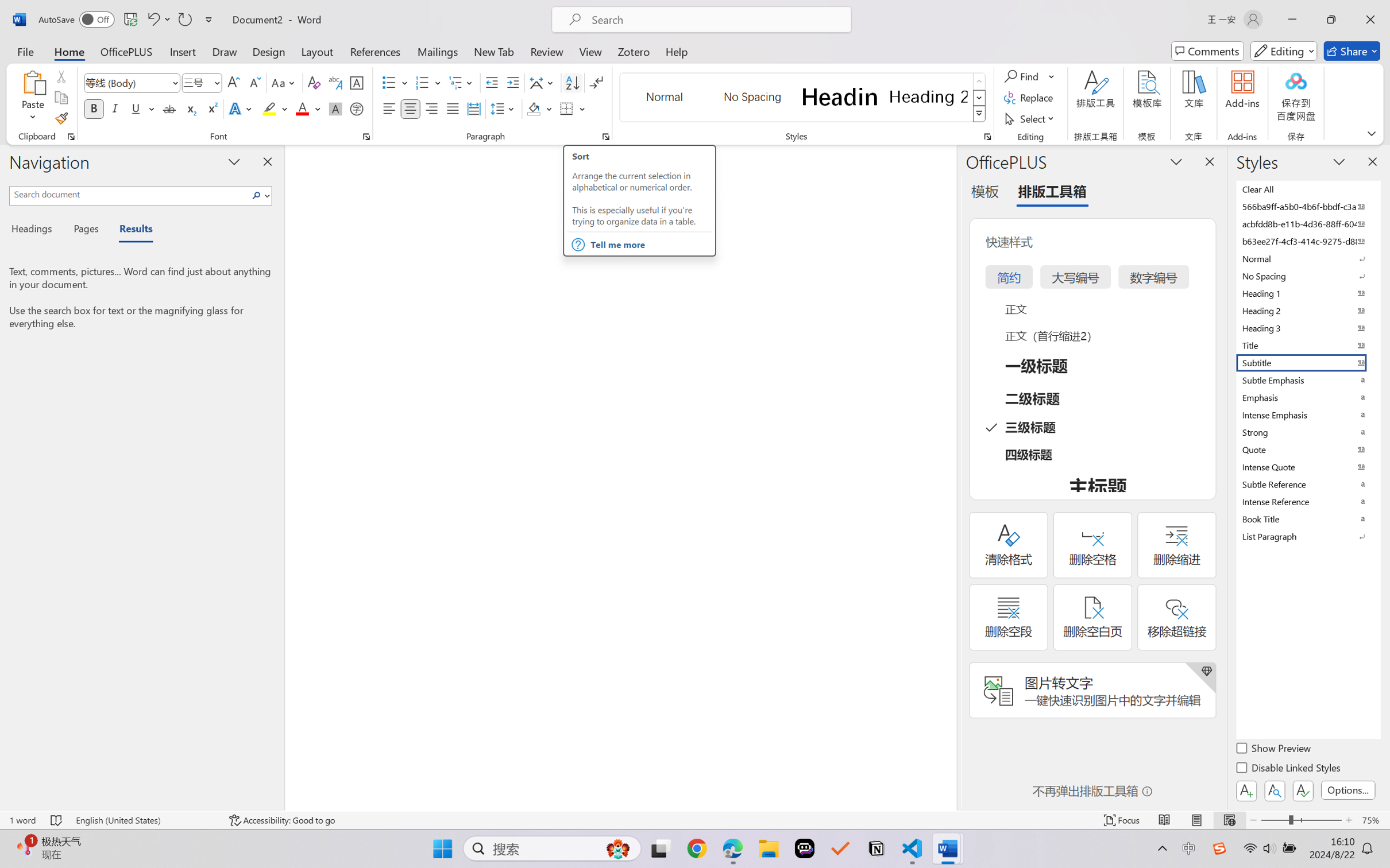  I want to click on 'Read Mode', so click(1164, 820).